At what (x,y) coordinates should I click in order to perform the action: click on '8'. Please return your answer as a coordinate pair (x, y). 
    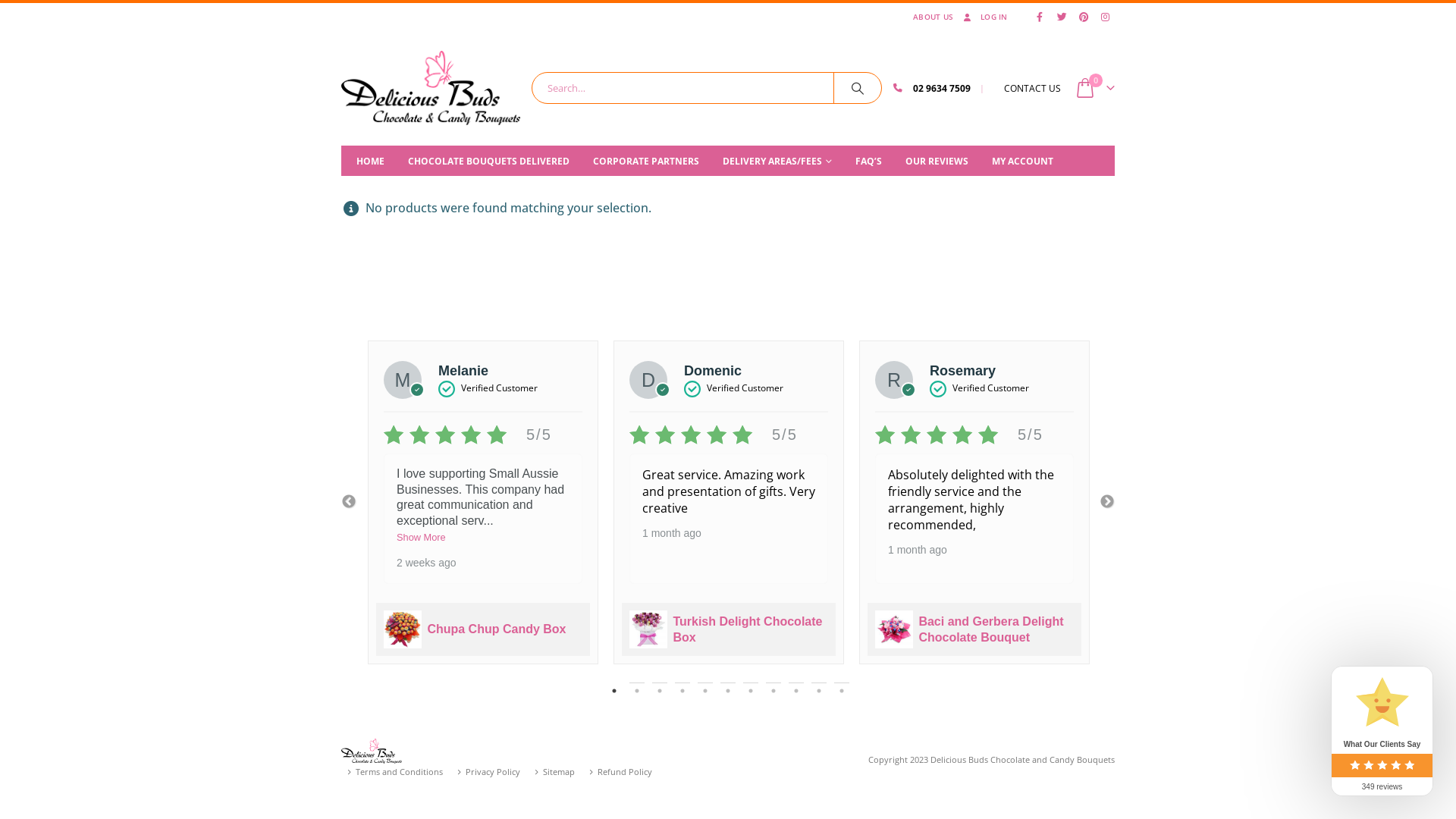
    Looking at the image, I should click on (765, 690).